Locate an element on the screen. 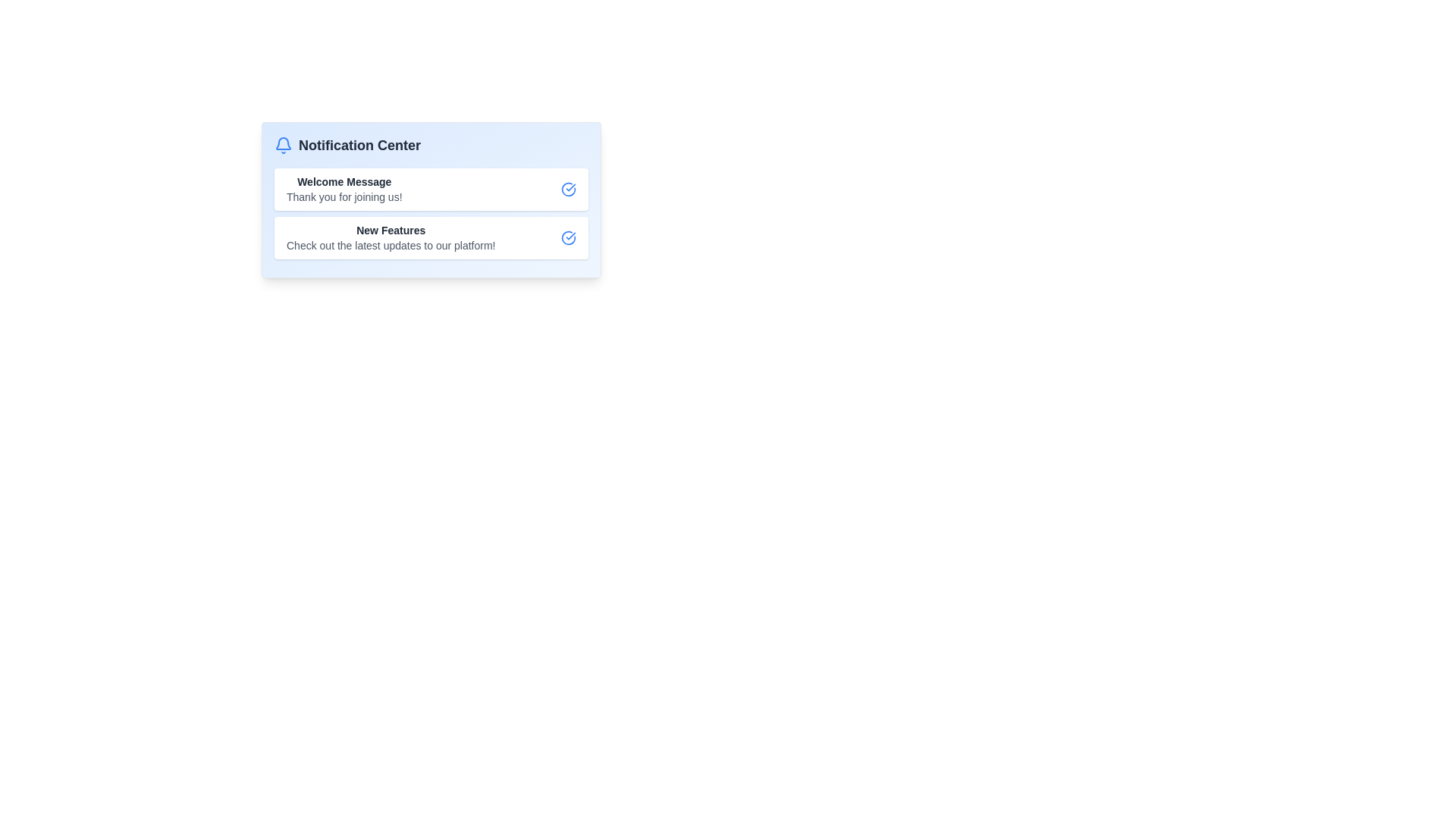  the confirmation button located at the right side of the 'New Features' notification block in the 'Notification Center' section is located at coordinates (567, 237).